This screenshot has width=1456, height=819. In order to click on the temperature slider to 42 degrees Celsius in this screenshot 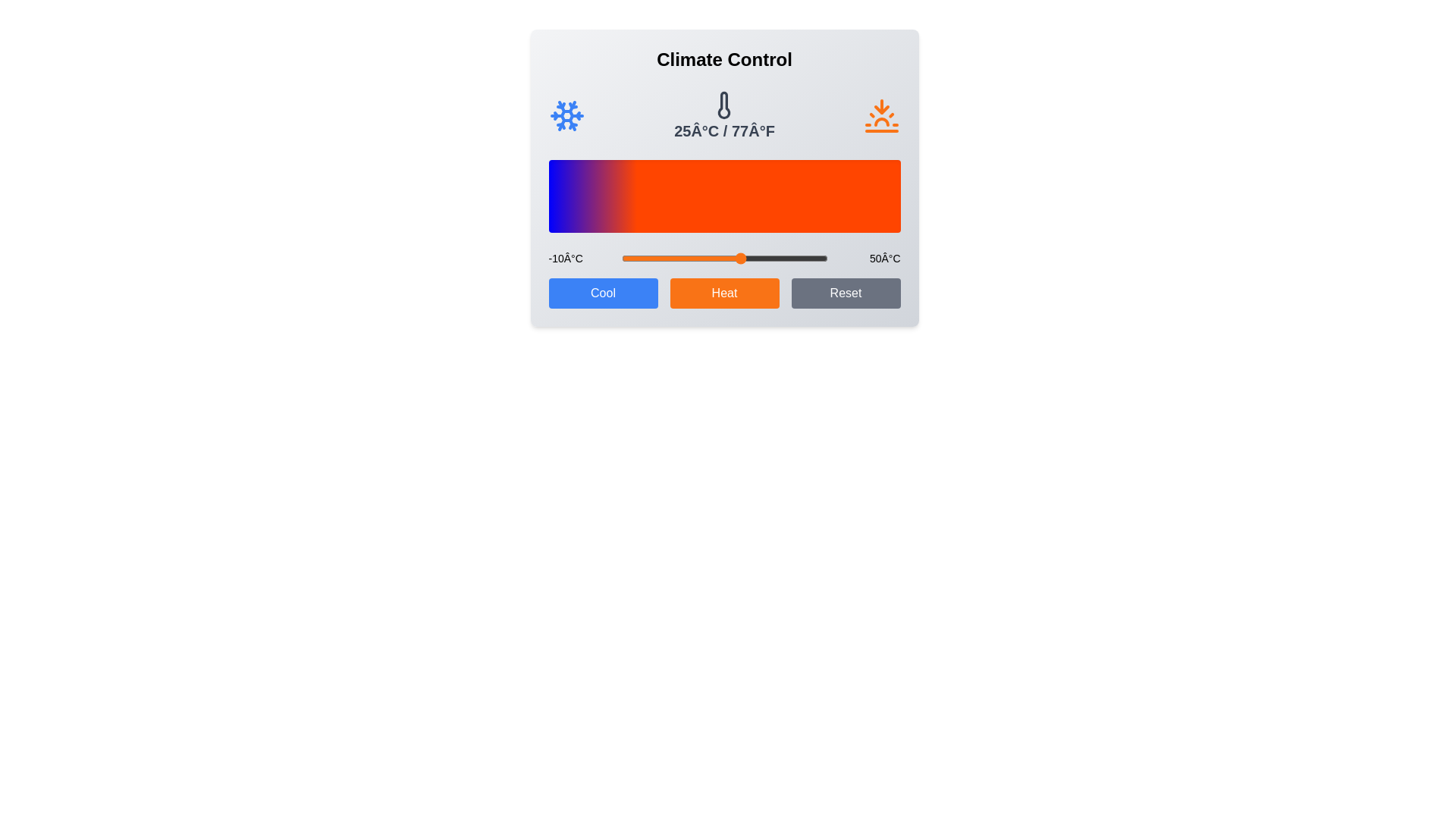, I will do `click(799, 257)`.